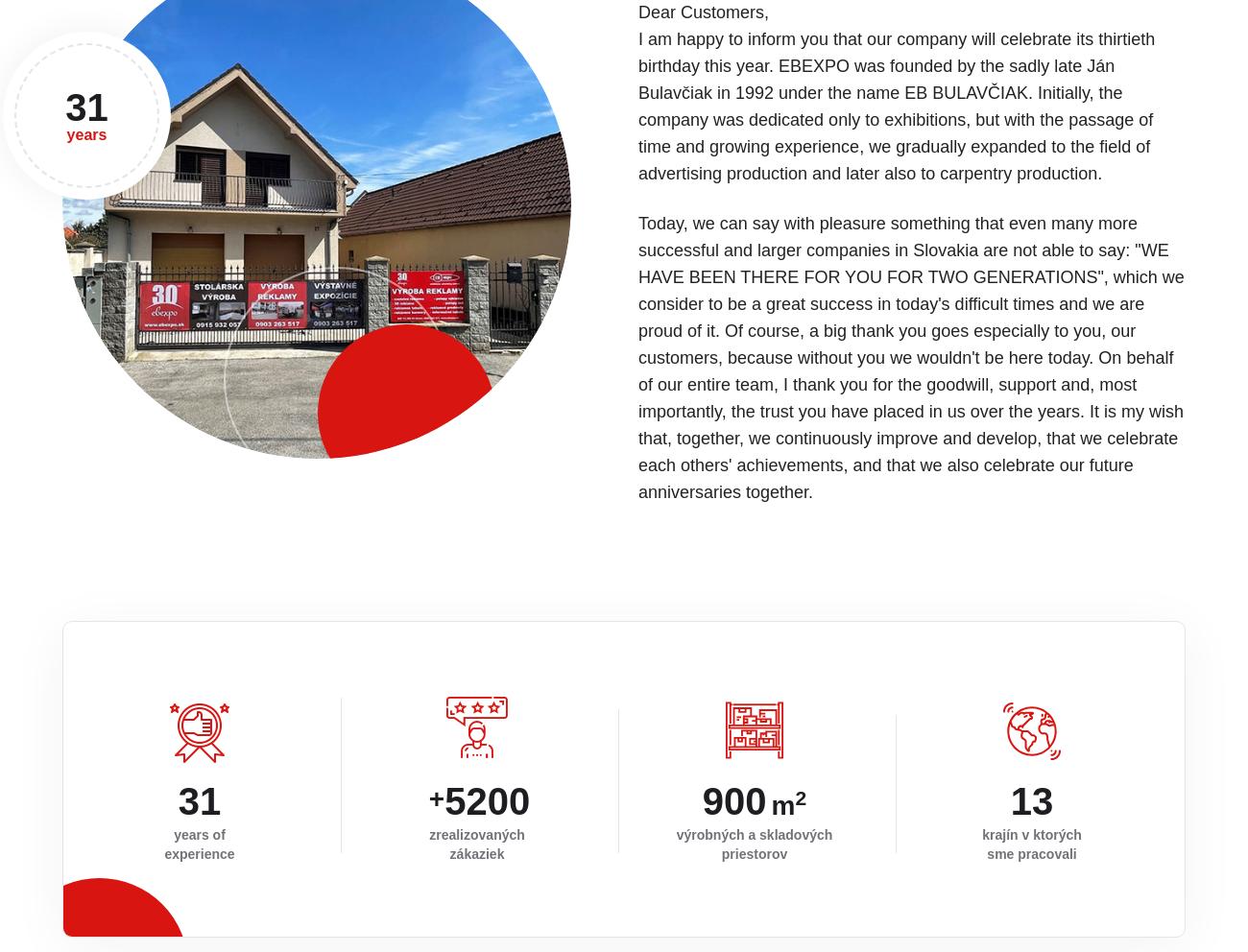  I want to click on 'Particle board', so click(876, 820).